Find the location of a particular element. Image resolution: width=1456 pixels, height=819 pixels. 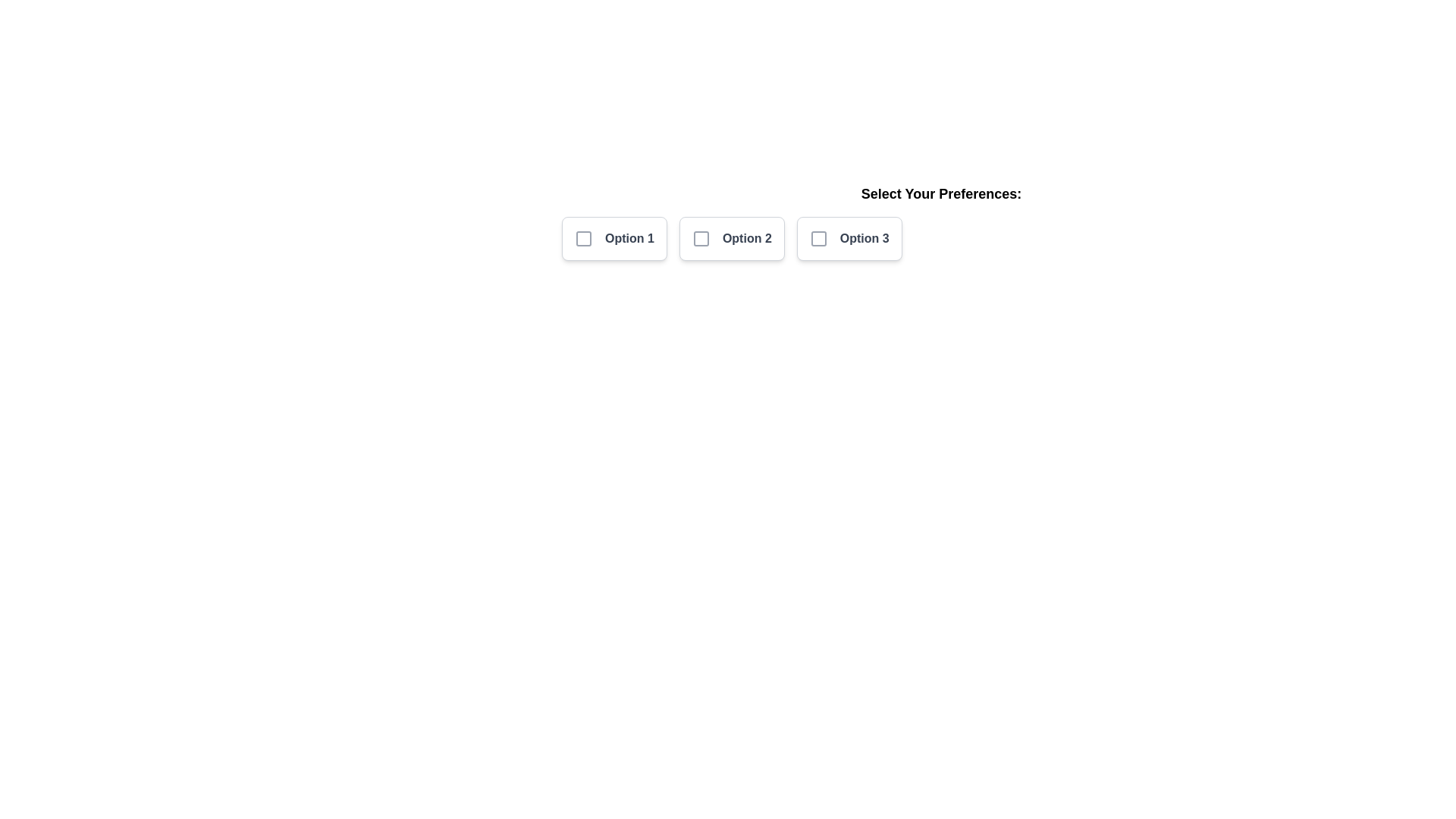

the inactive decorative icon inside the first checkbox labeled 'Option 1' in the selection interface is located at coordinates (582, 239).